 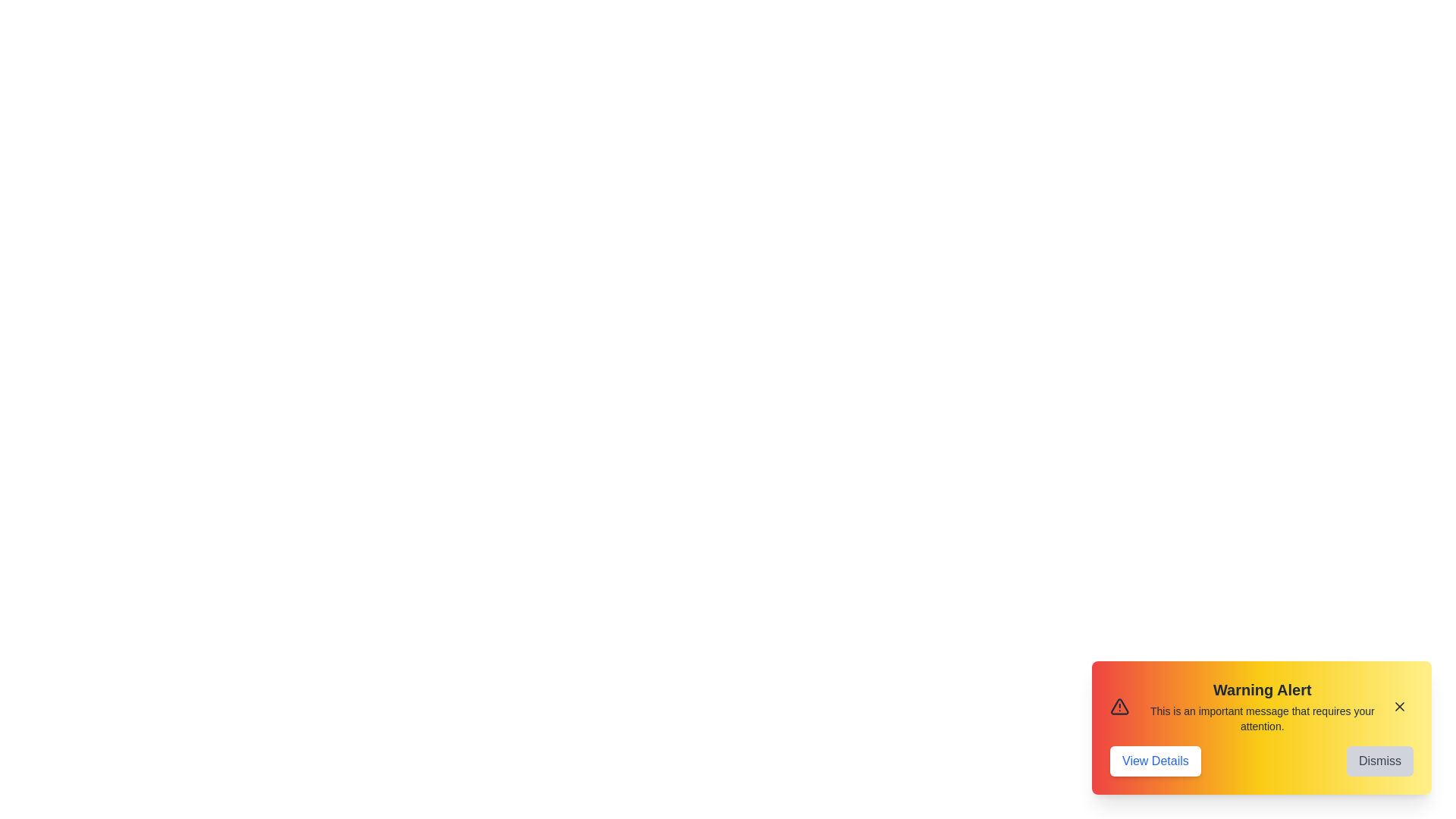 I want to click on the button View Details to observe visual feedback, so click(x=1154, y=761).